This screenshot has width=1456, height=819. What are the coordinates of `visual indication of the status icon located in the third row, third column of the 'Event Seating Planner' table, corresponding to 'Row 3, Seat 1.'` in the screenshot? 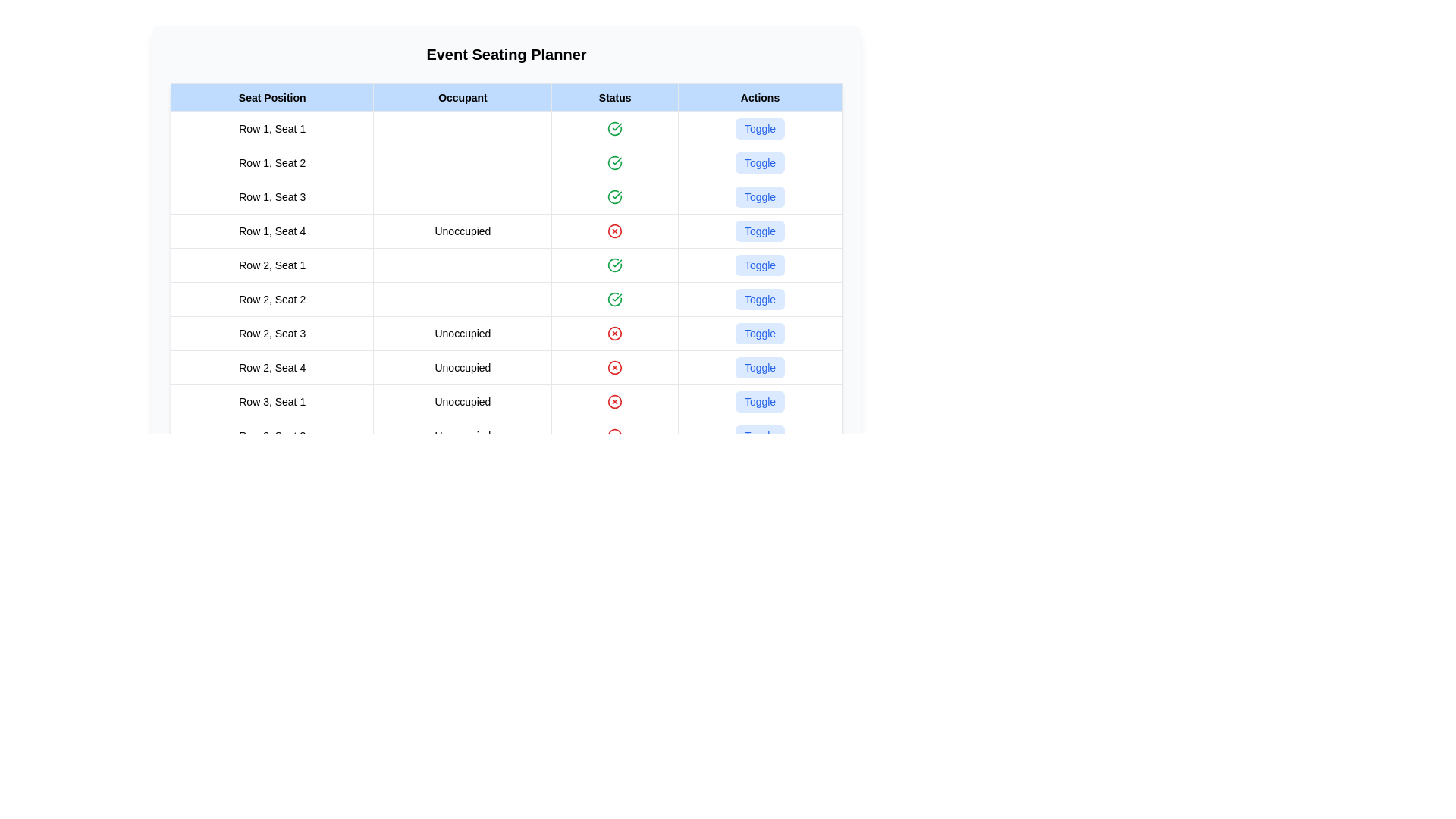 It's located at (615, 400).